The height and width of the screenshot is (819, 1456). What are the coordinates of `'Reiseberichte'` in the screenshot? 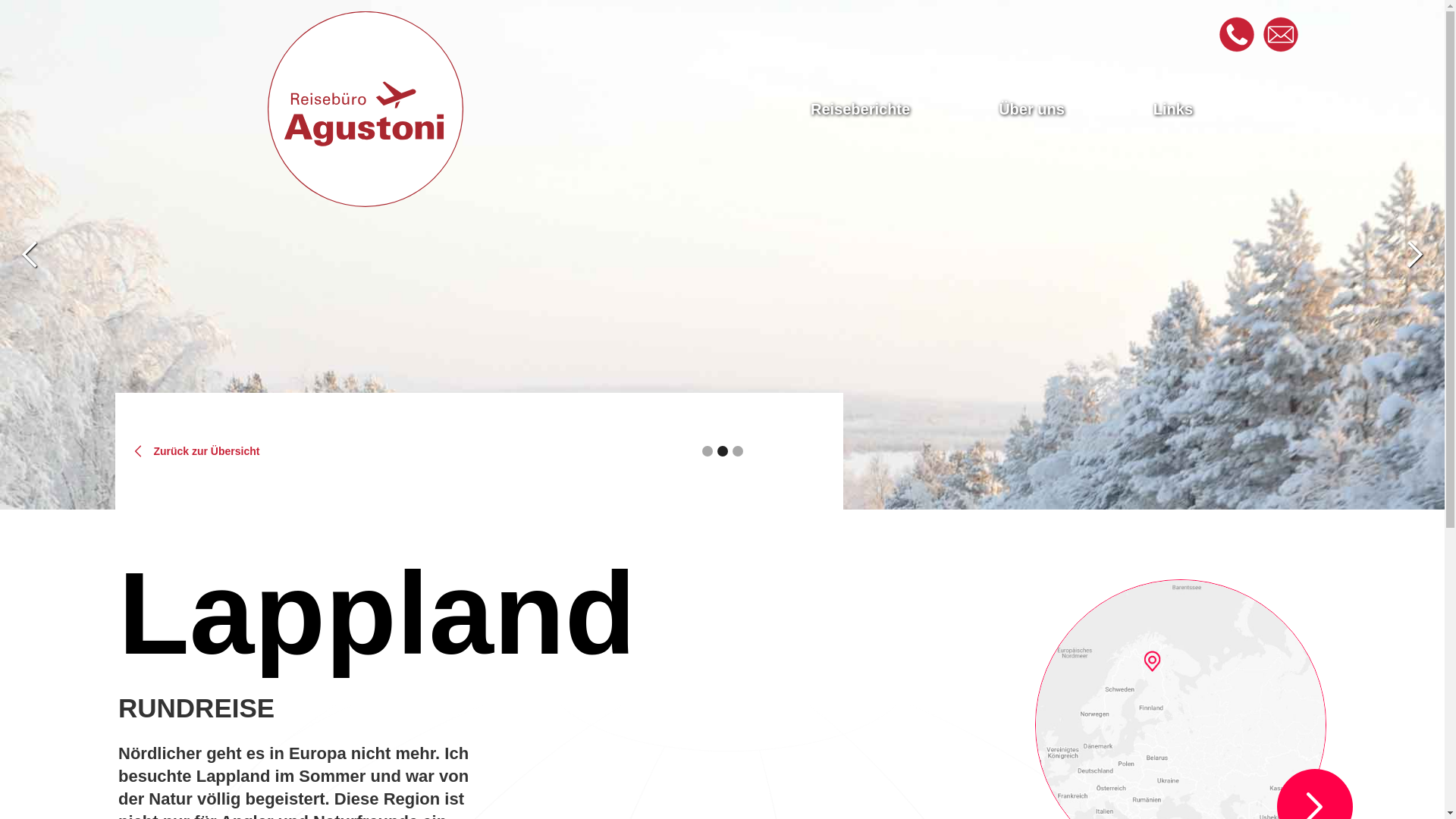 It's located at (860, 108).